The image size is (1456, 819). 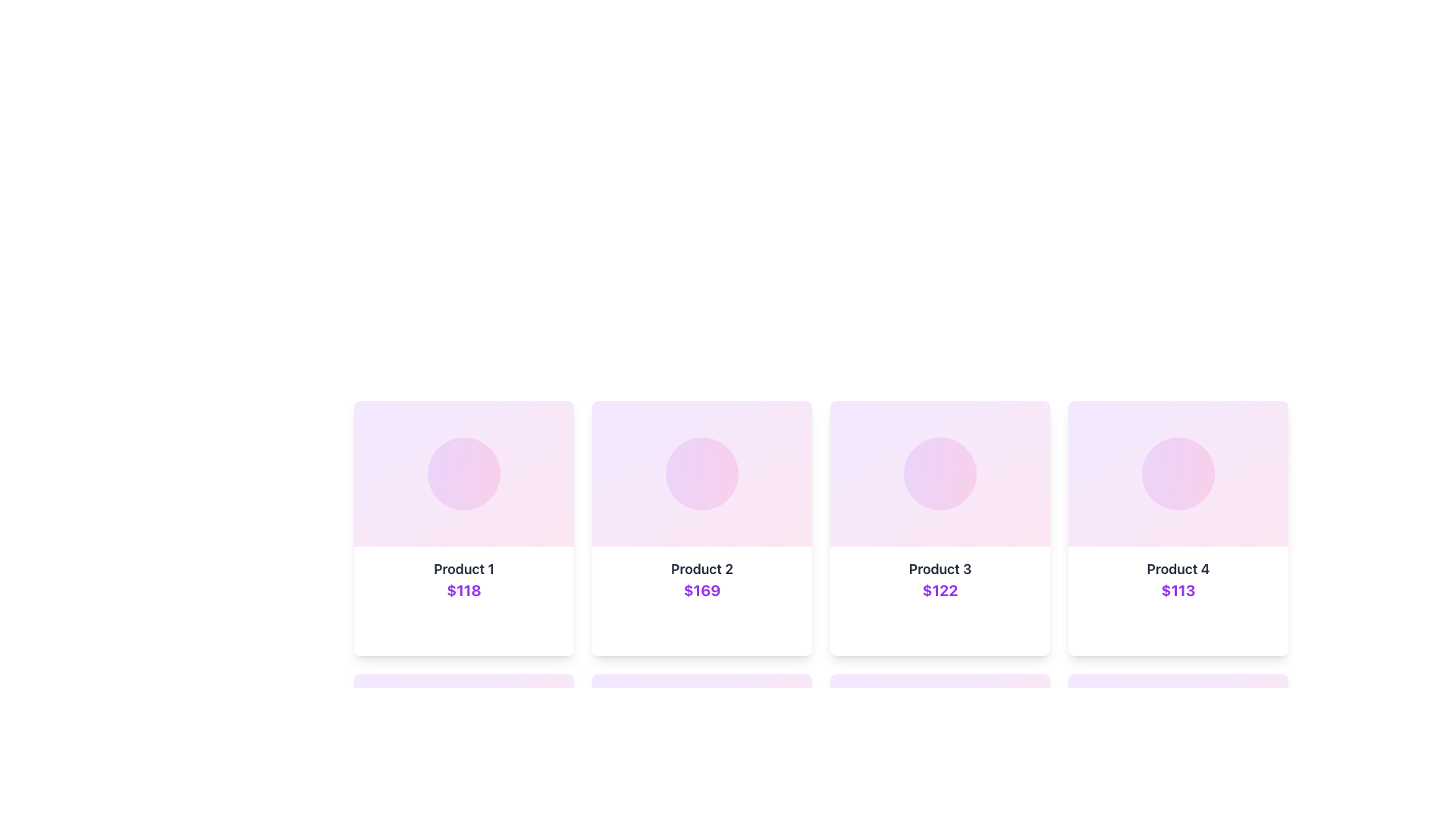 What do you see at coordinates (786, 629) in the screenshot?
I see `the small circular button with a gray background located at the bottom-right of the 'Product 2' panel` at bounding box center [786, 629].